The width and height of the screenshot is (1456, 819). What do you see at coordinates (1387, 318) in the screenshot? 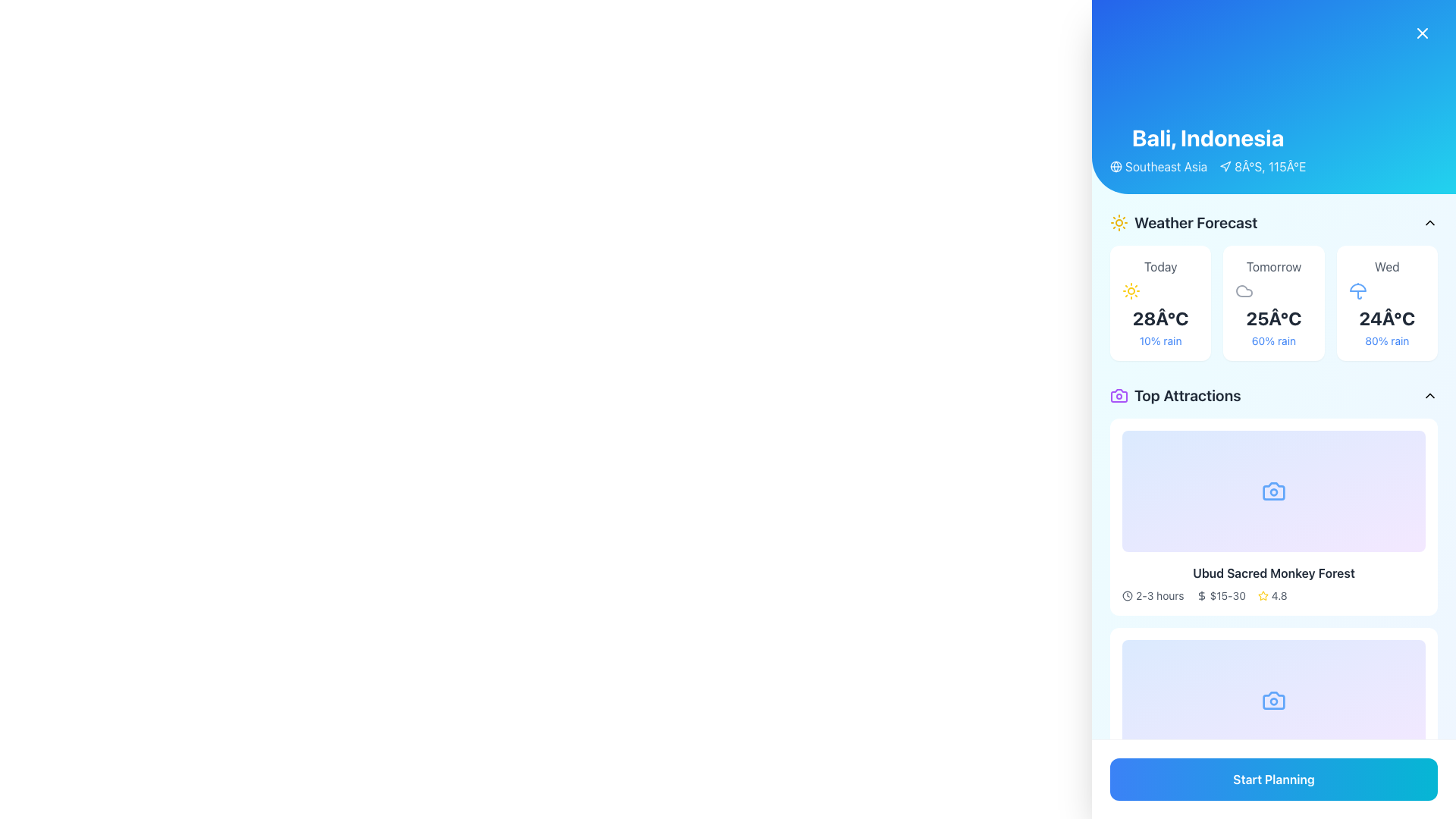
I see `temperature information displayed for 'Wednesday' in the weather forecast section, which shows '24Â°C' in the third card titled 'Wed.'` at bounding box center [1387, 318].